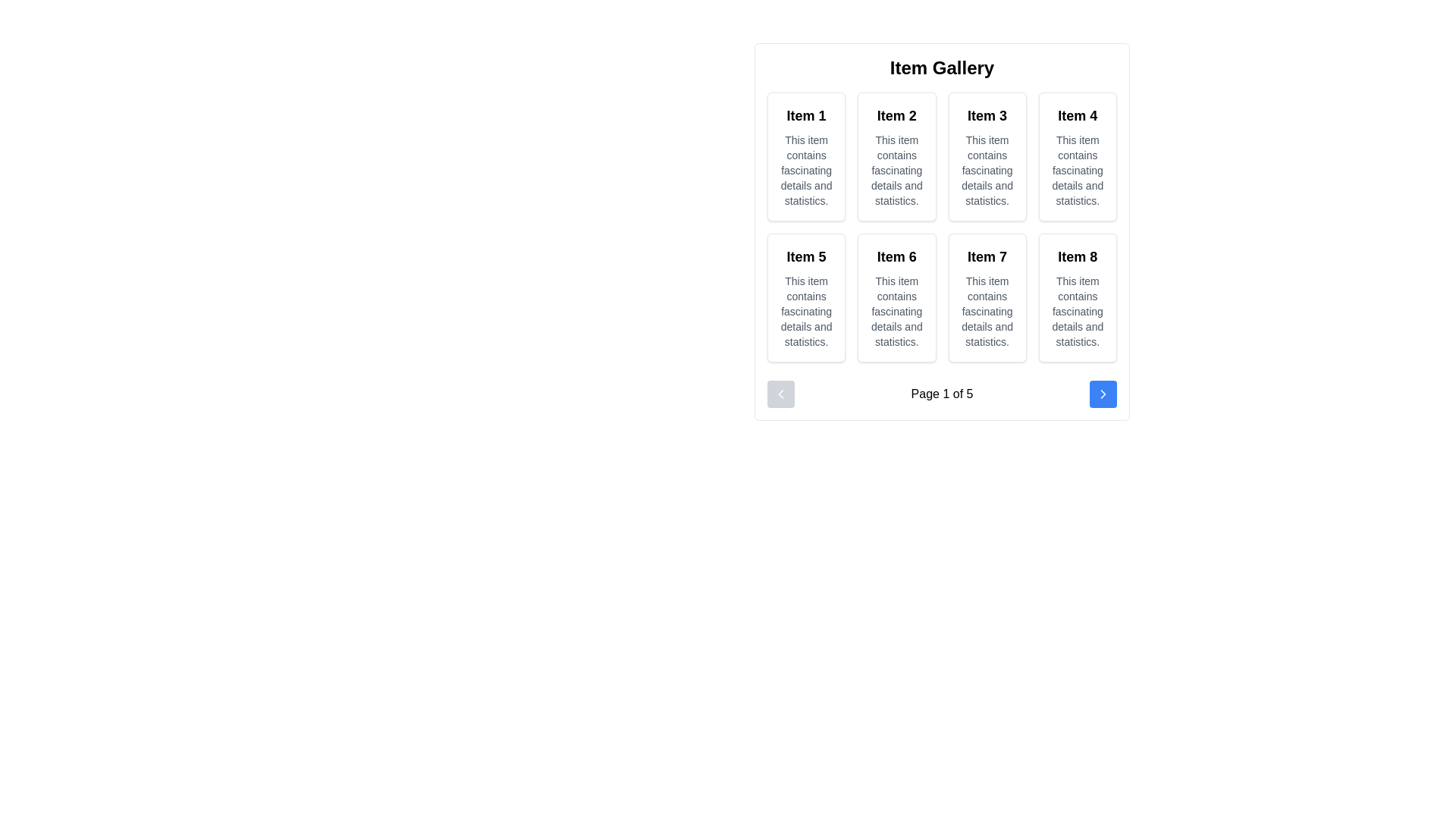  I want to click on the static text display that shows 'This item contains fascinating details and statistics.' located below 'Item 1' in the first card of the grid layout, so click(805, 170).